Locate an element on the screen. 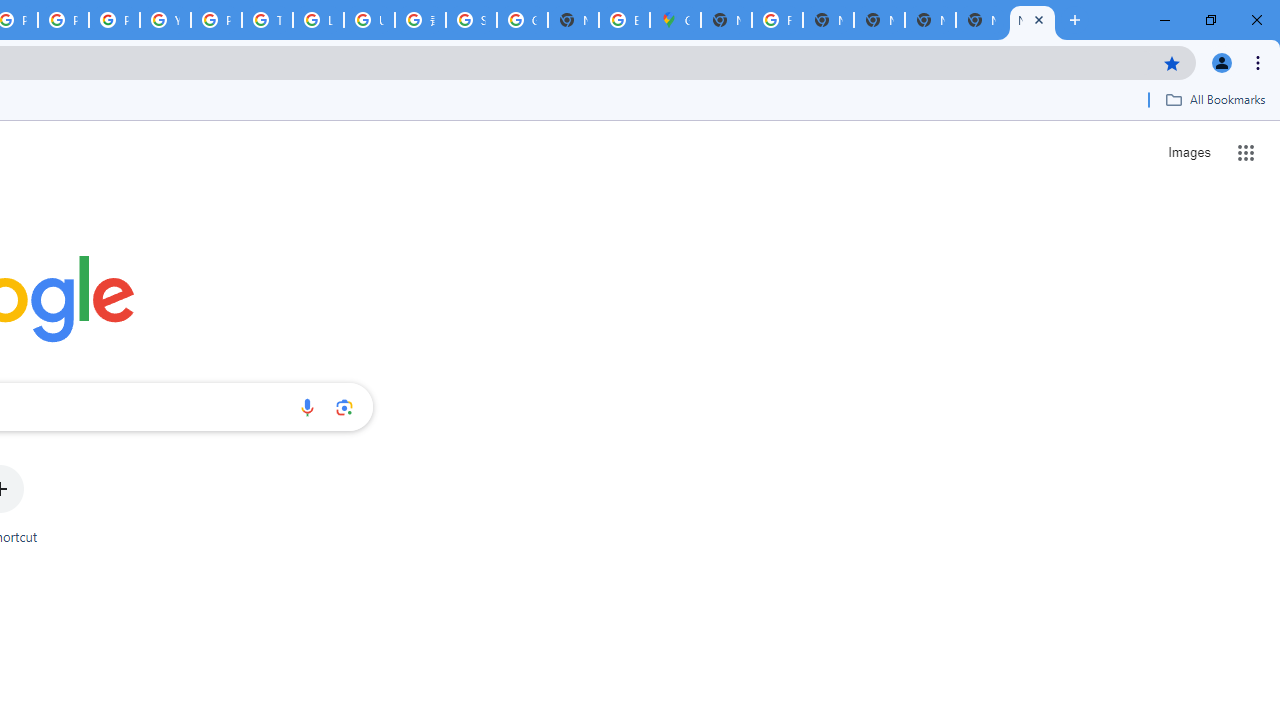  'Google Maps' is located at coordinates (675, 20).